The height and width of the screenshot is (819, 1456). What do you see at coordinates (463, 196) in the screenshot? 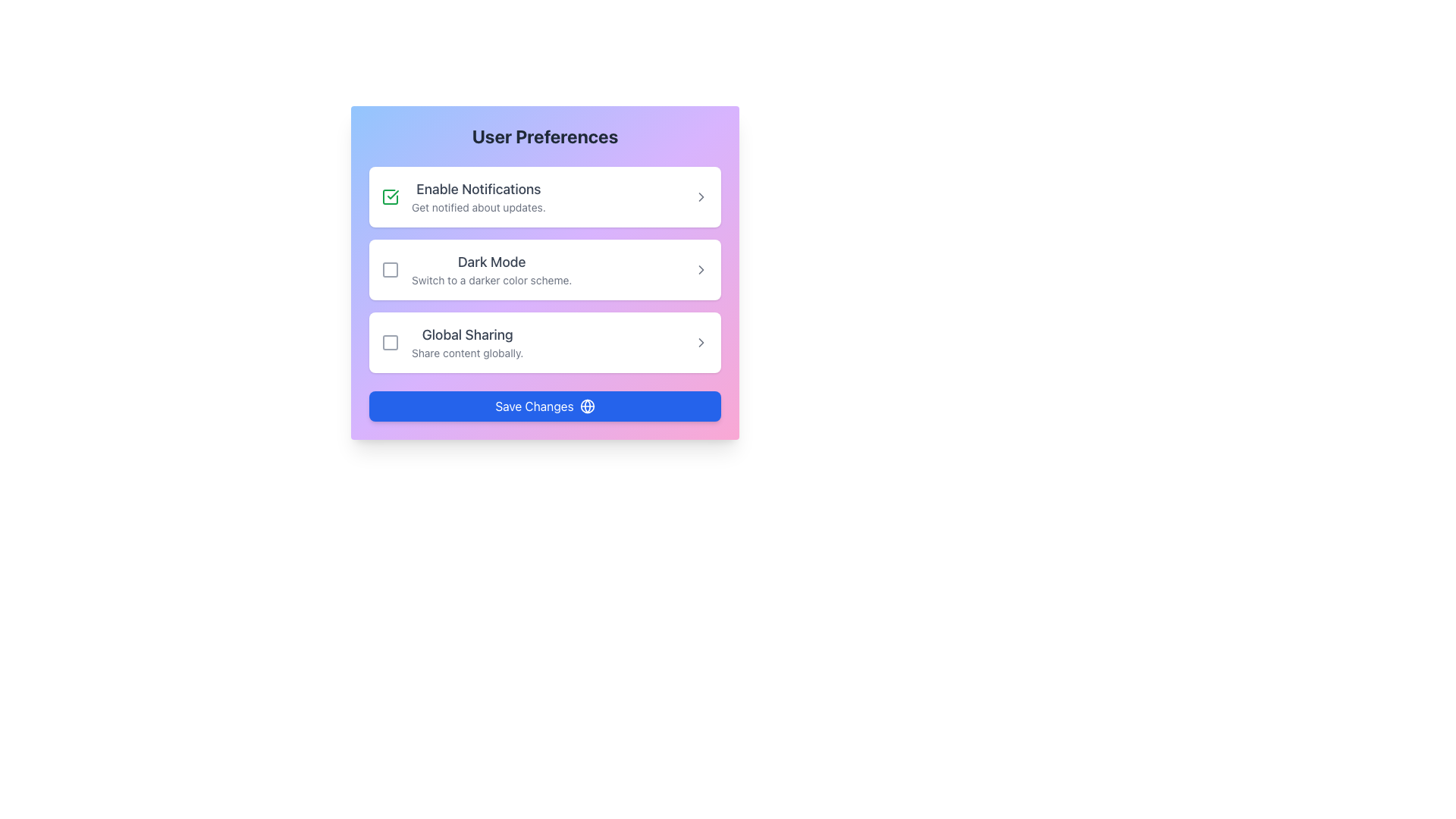
I see `the 'Enable Notifications' checkbox text` at bounding box center [463, 196].